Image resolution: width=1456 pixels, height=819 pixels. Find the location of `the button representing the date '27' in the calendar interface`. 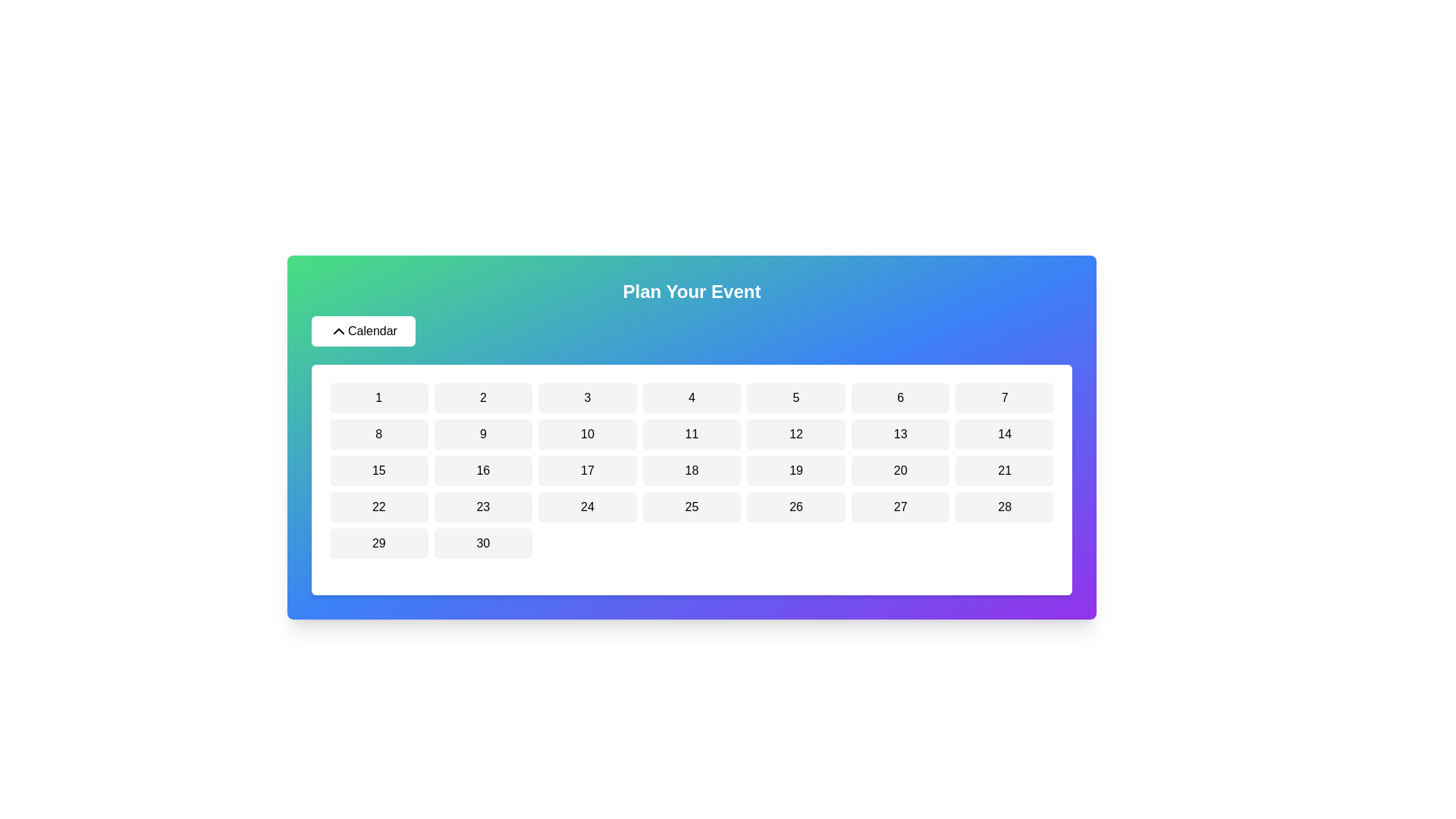

the button representing the date '27' in the calendar interface is located at coordinates (900, 507).